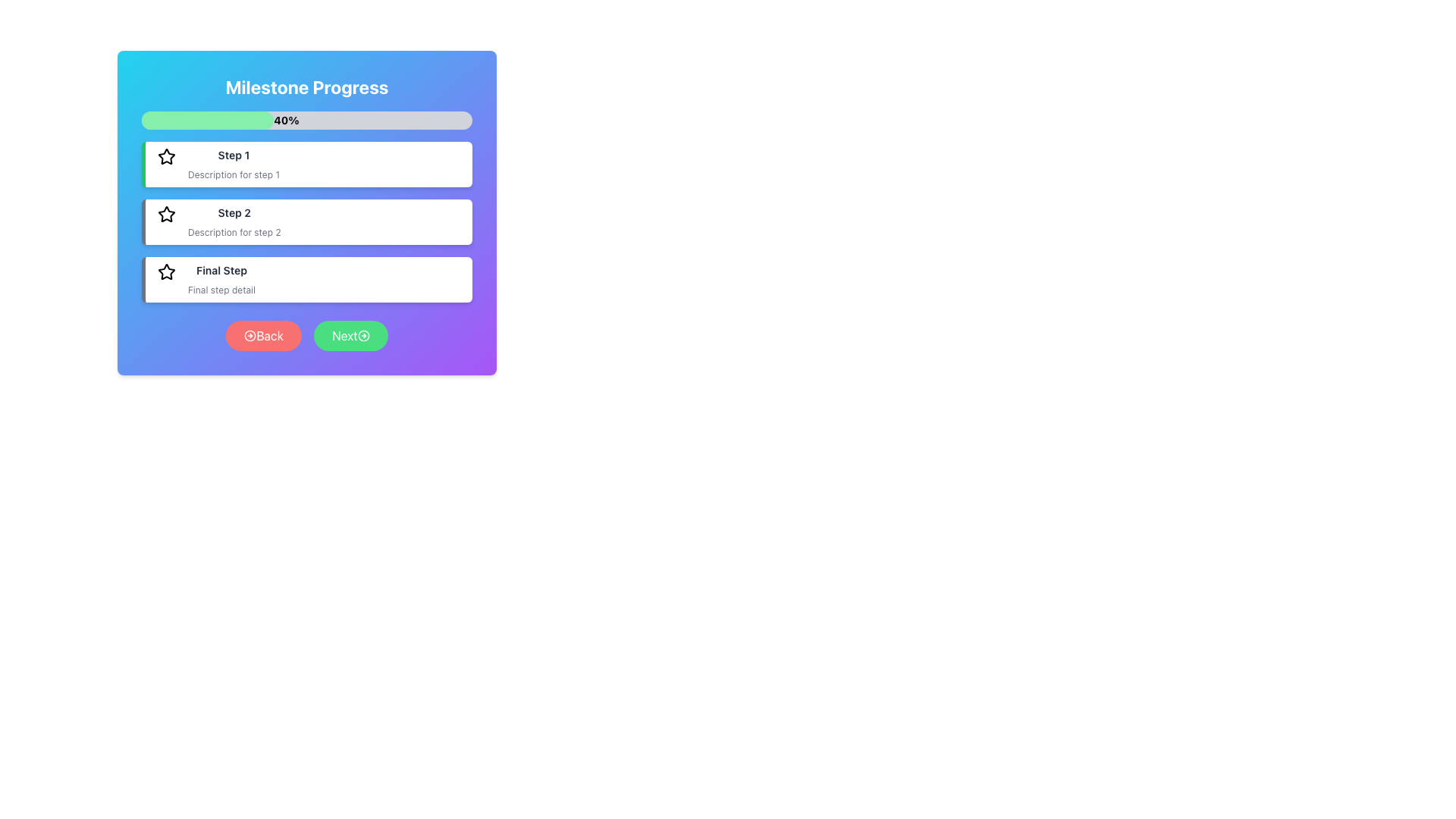 The image size is (1456, 819). What do you see at coordinates (221, 270) in the screenshot?
I see `the title text label indicating the final milestone in the progression workflow, which is positioned below 'Step 2' and above the 'Back' and 'Next' buttons` at bounding box center [221, 270].